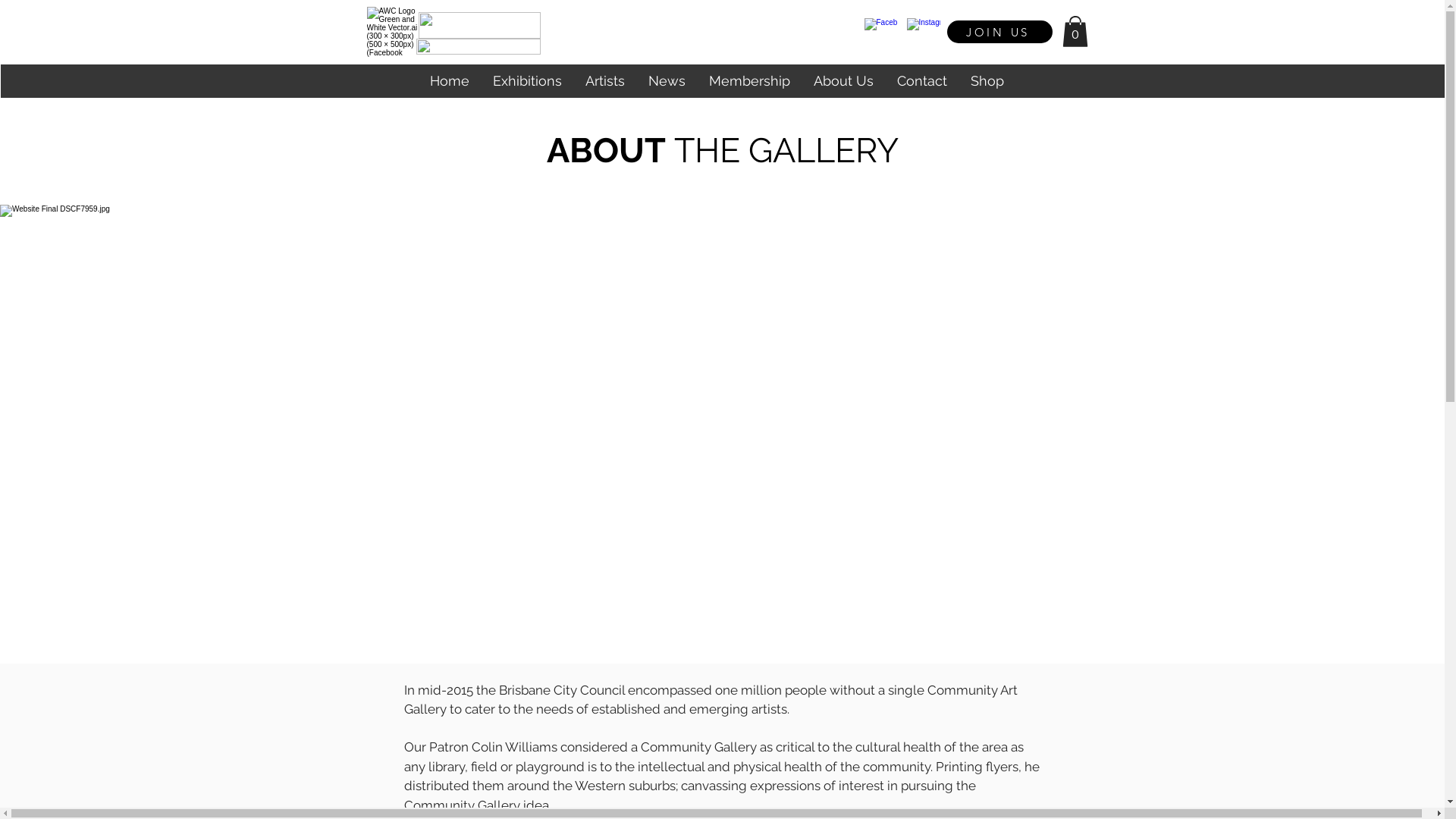 The image size is (1456, 819). I want to click on 'About Us', so click(841, 81).